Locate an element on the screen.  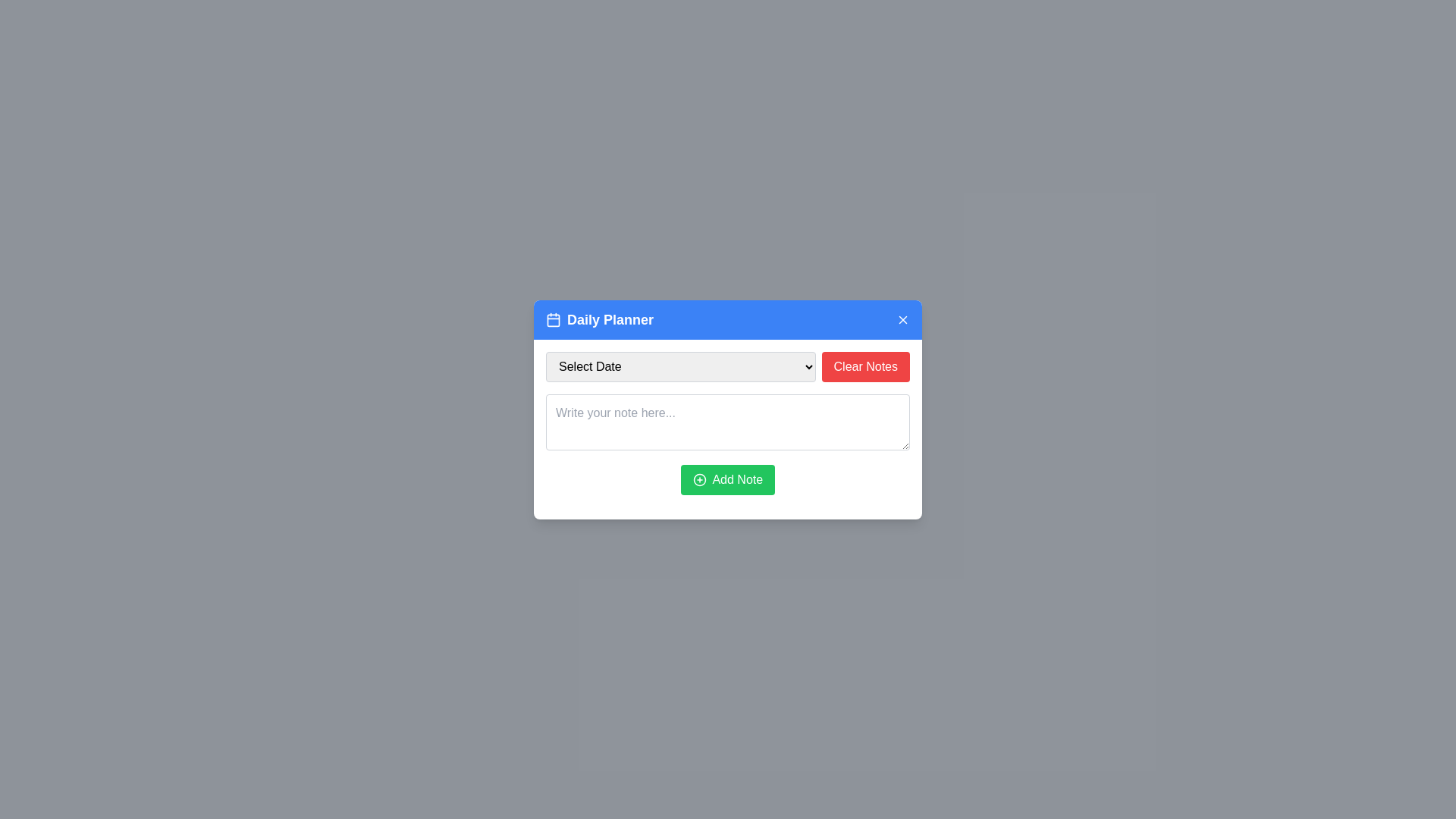
the Decorative Icon located on the left end of the green 'Add Note' button, which emphasizes the purpose of adding content or notes is located at coordinates (698, 480).